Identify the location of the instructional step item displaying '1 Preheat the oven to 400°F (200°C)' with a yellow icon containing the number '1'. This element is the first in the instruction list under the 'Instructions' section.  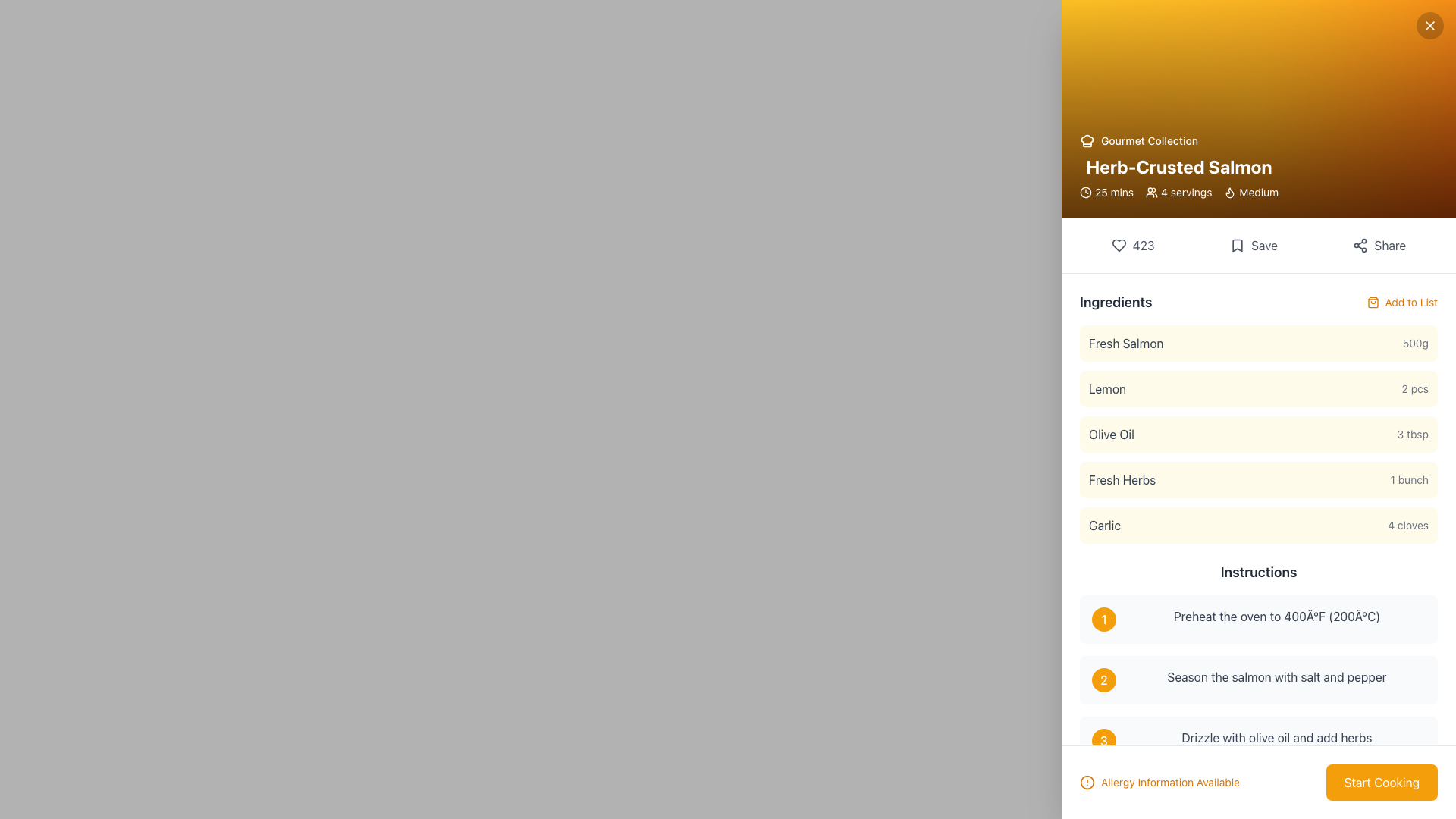
(1259, 620).